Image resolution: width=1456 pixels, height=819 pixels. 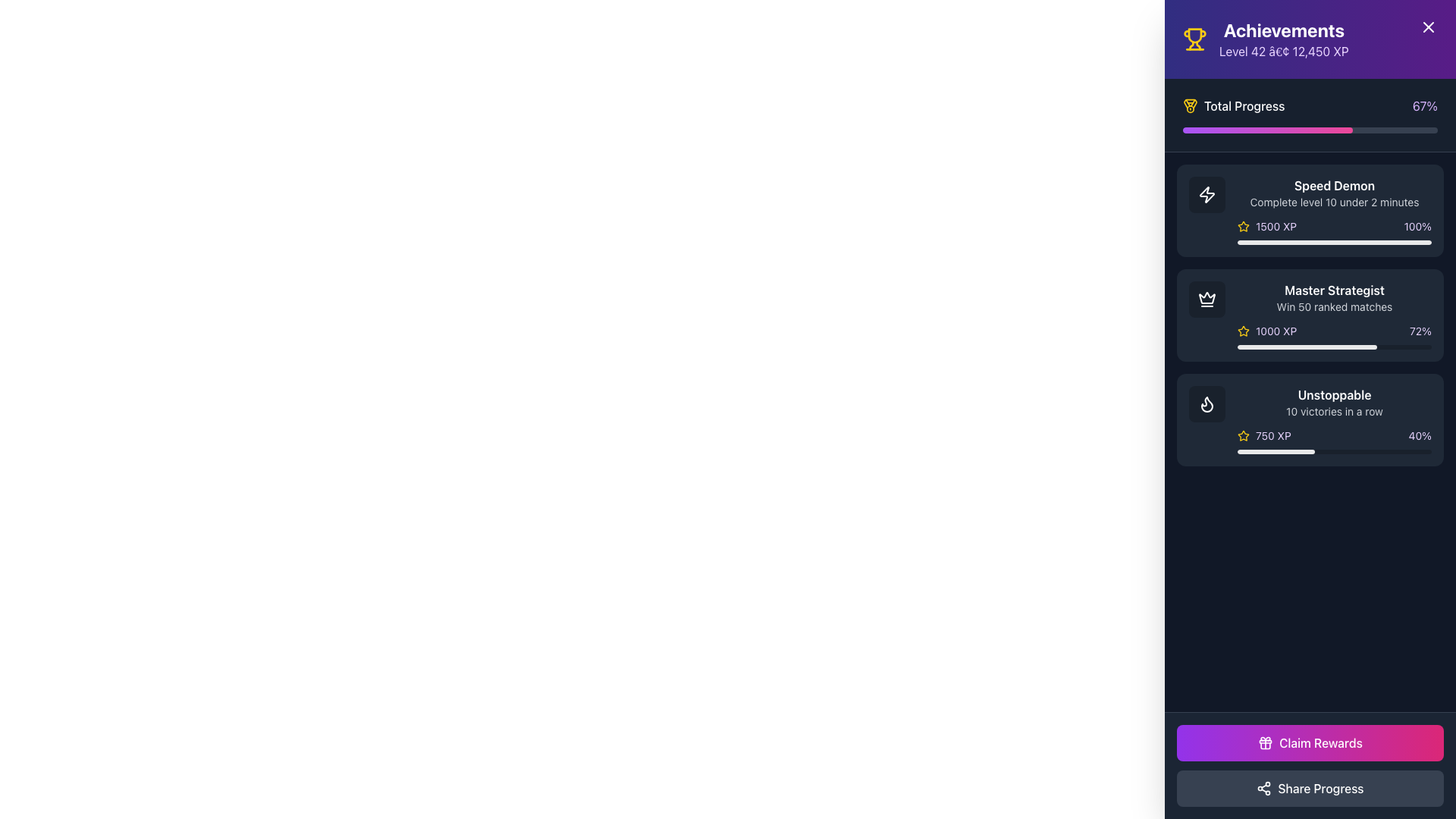 I want to click on the descriptive label for the 'Unstoppable' achievement, which is located below the title 'Unstoppable' in the right panel, so click(x=1335, y=412).